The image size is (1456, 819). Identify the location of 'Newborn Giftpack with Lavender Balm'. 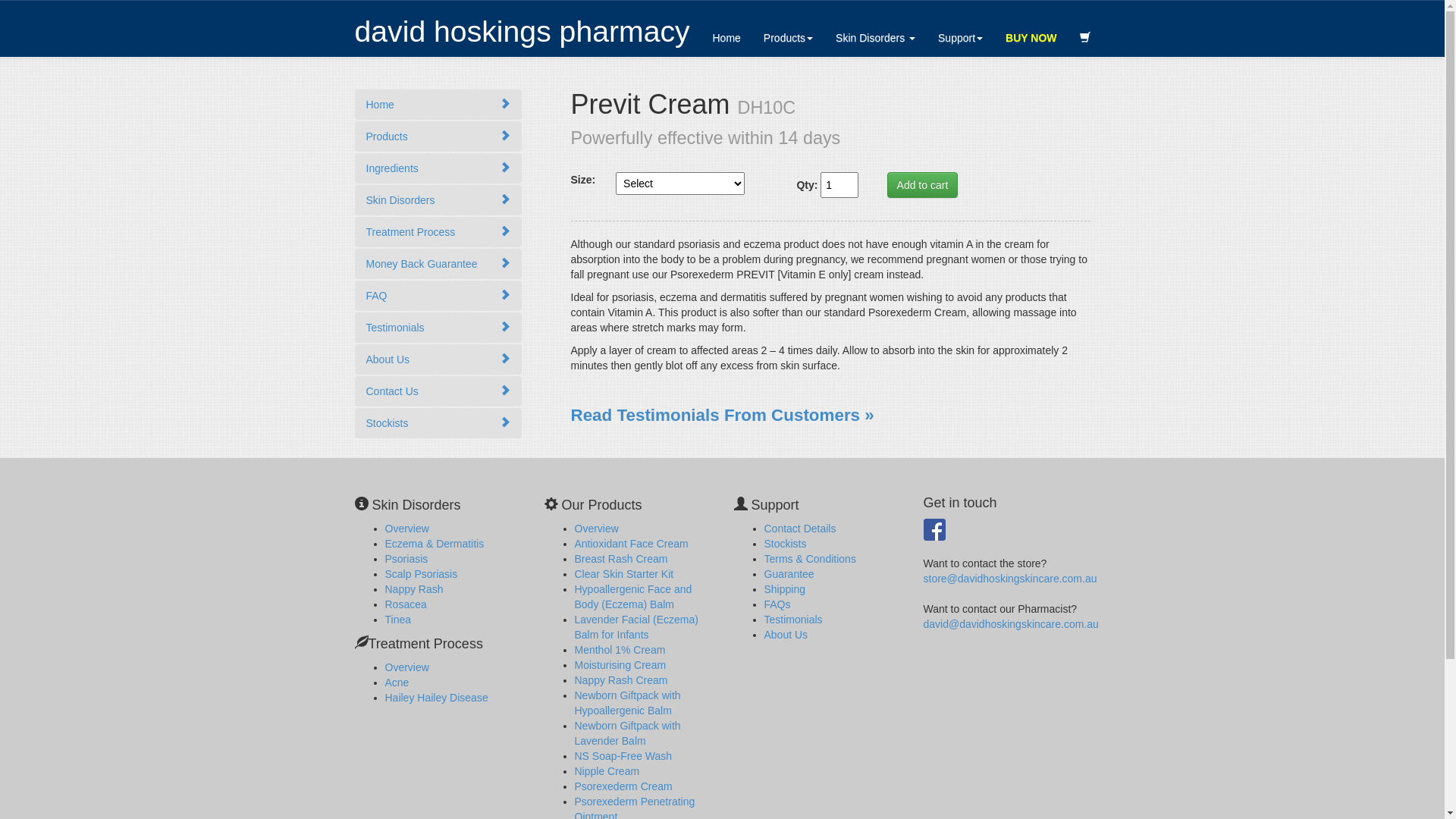
(628, 733).